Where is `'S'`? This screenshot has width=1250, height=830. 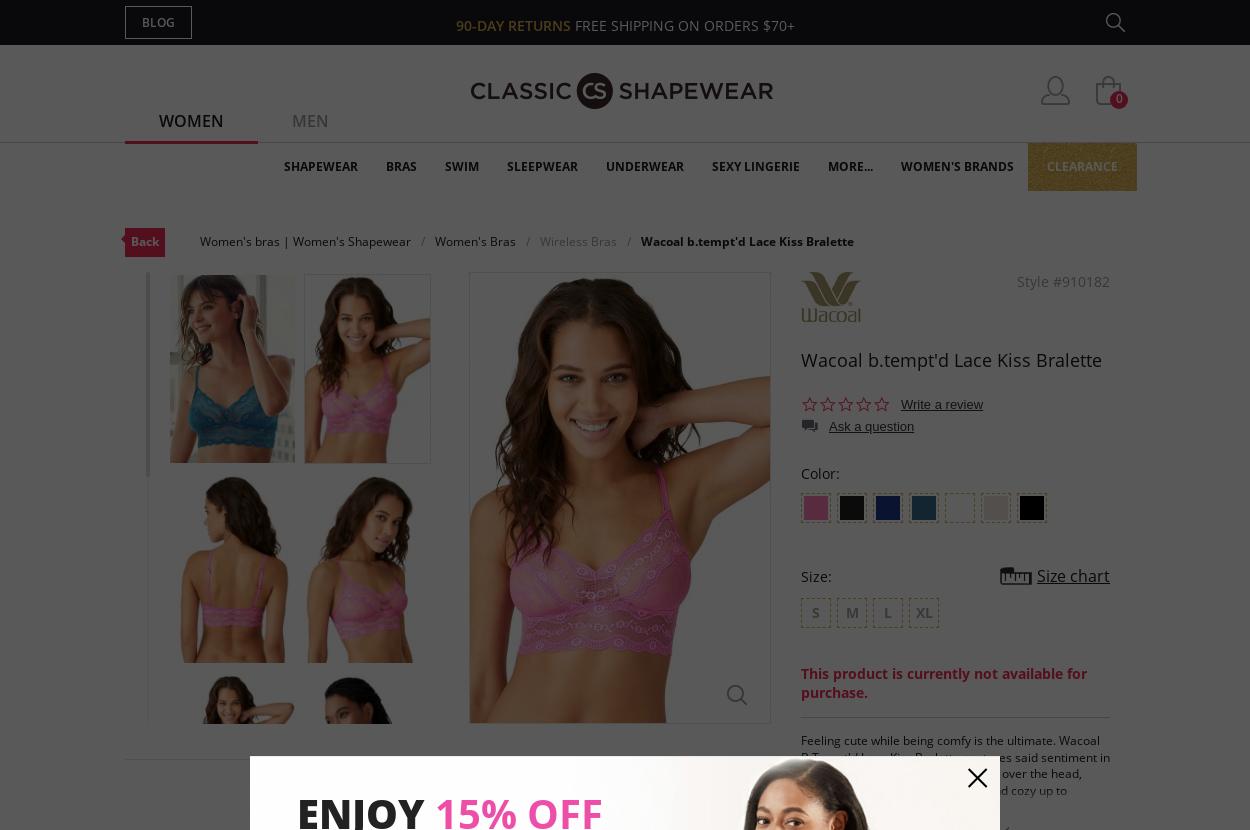
'S' is located at coordinates (815, 611).